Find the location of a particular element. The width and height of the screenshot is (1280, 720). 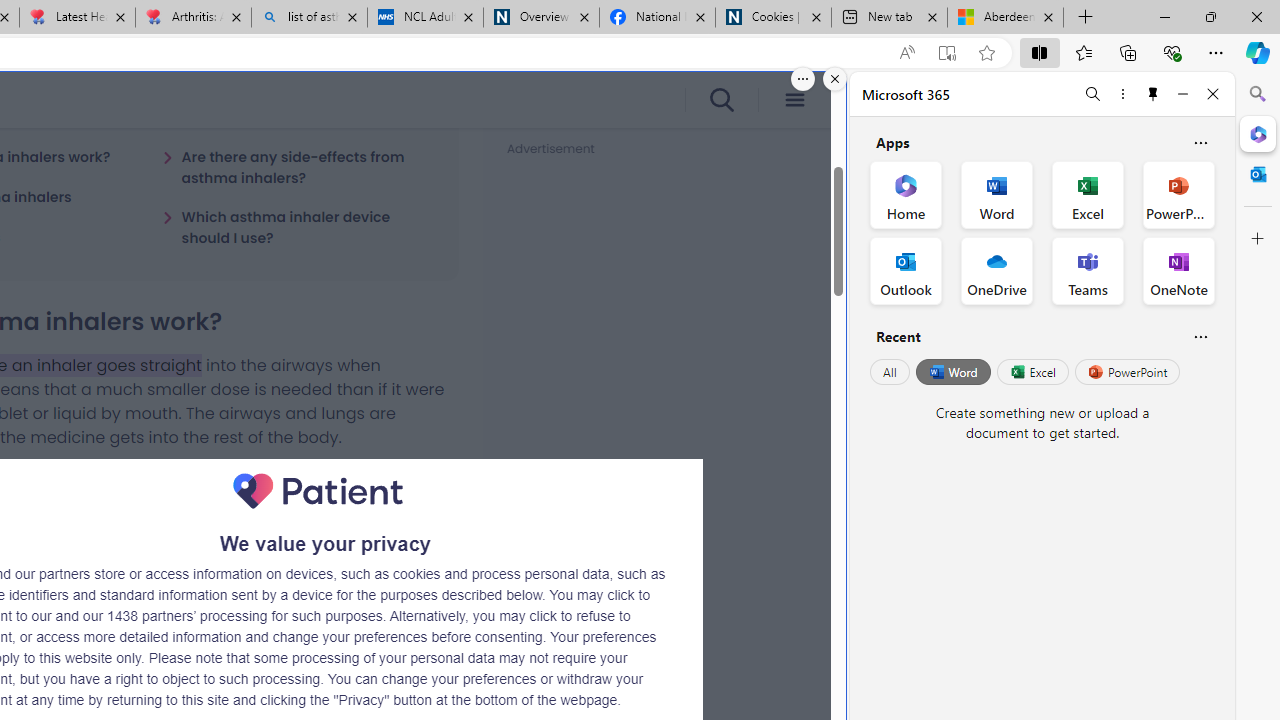

'OneDrive Office App' is located at coordinates (997, 271).